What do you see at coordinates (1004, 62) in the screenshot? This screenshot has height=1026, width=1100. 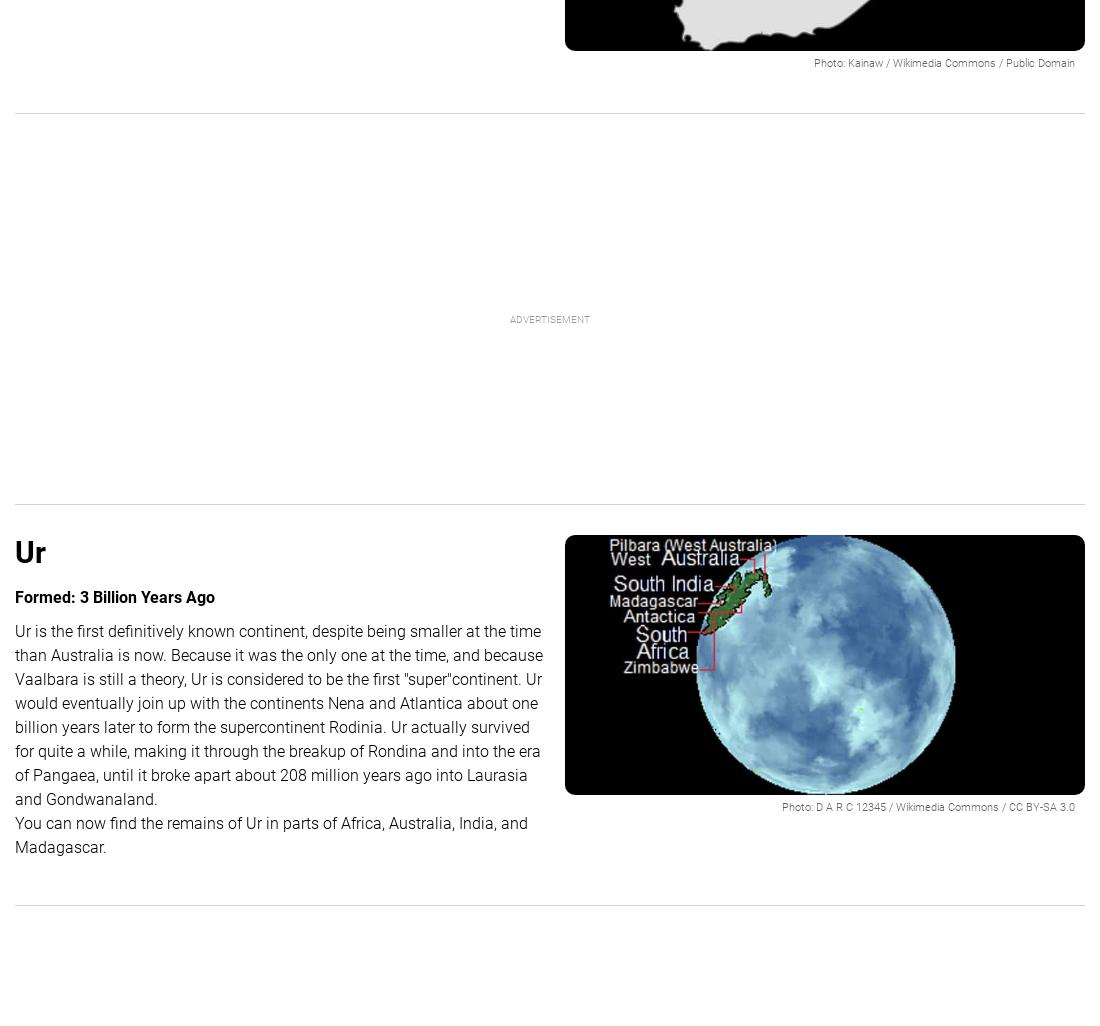 I see `'Public Domain'` at bounding box center [1004, 62].